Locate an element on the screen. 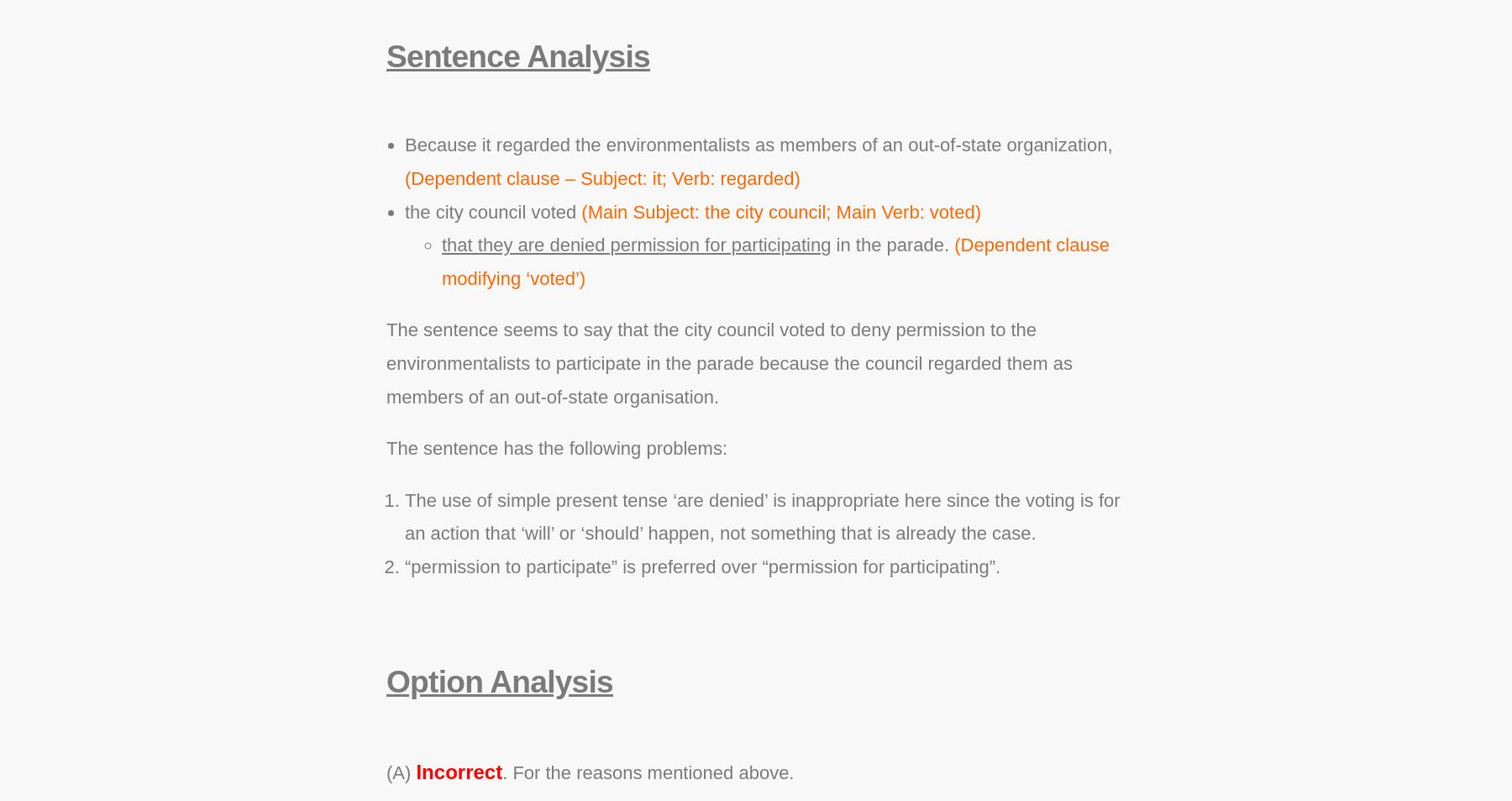 The width and height of the screenshot is (1512, 801). 'Option Analysis' is located at coordinates (491, 680).